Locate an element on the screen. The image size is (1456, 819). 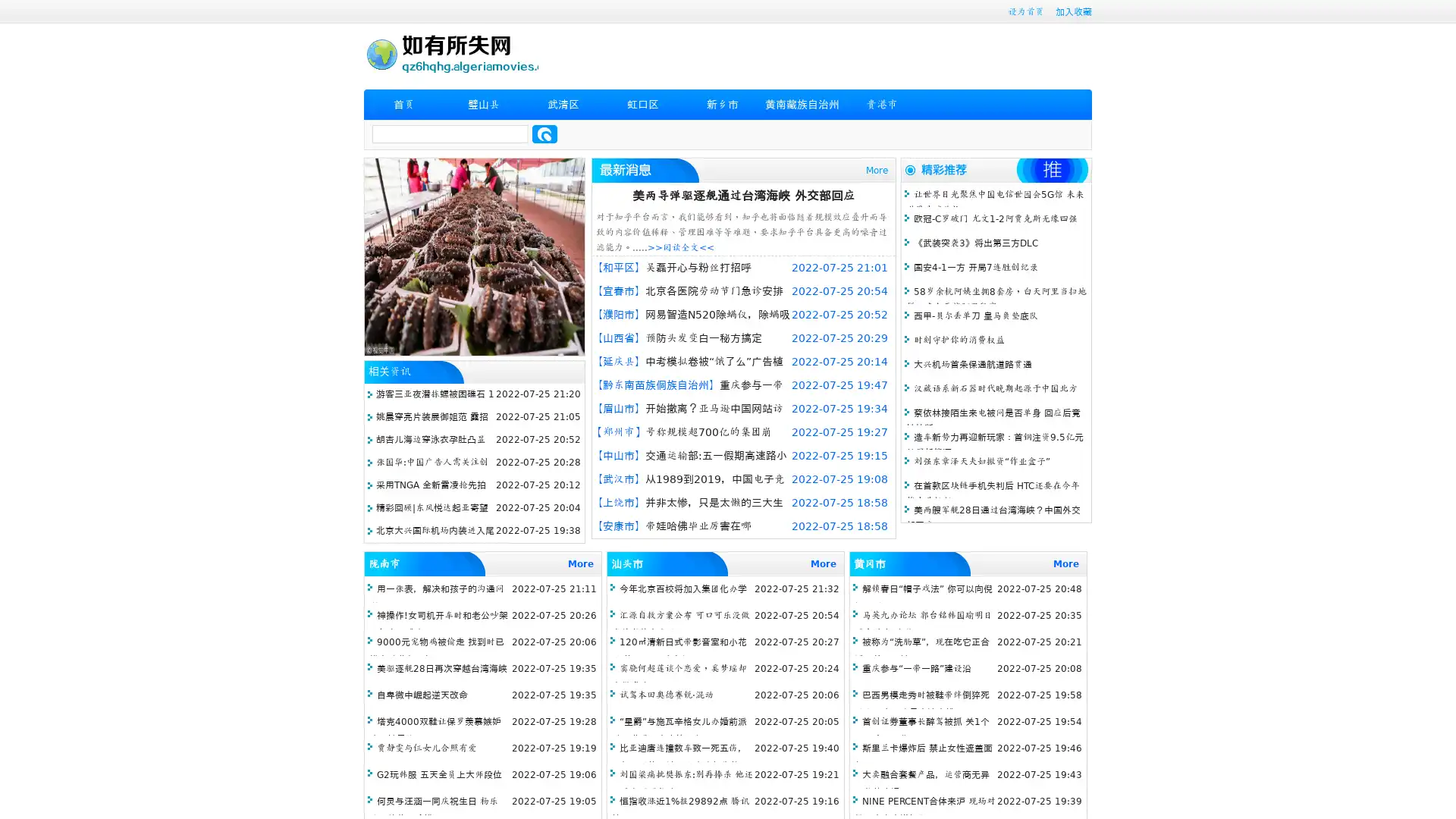
Search is located at coordinates (544, 133).